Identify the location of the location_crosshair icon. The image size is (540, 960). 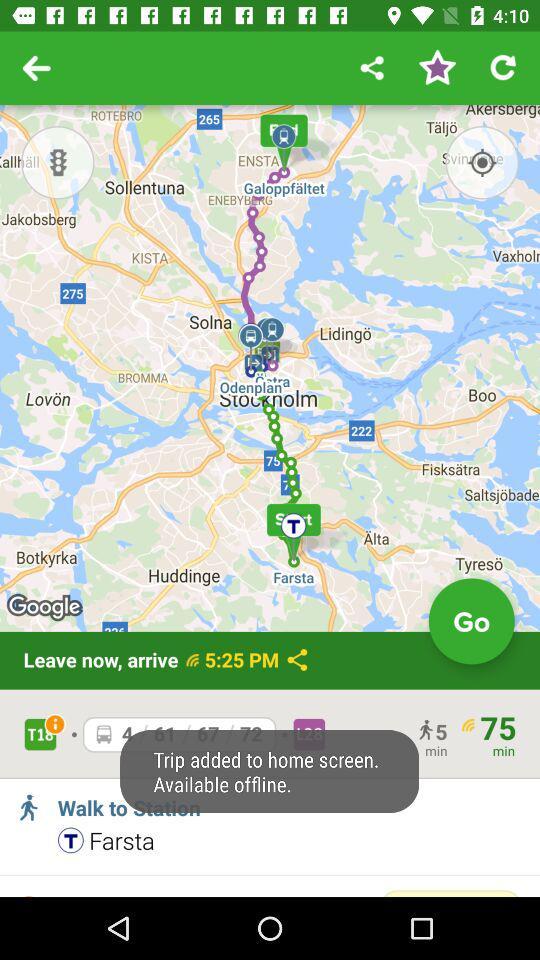
(481, 161).